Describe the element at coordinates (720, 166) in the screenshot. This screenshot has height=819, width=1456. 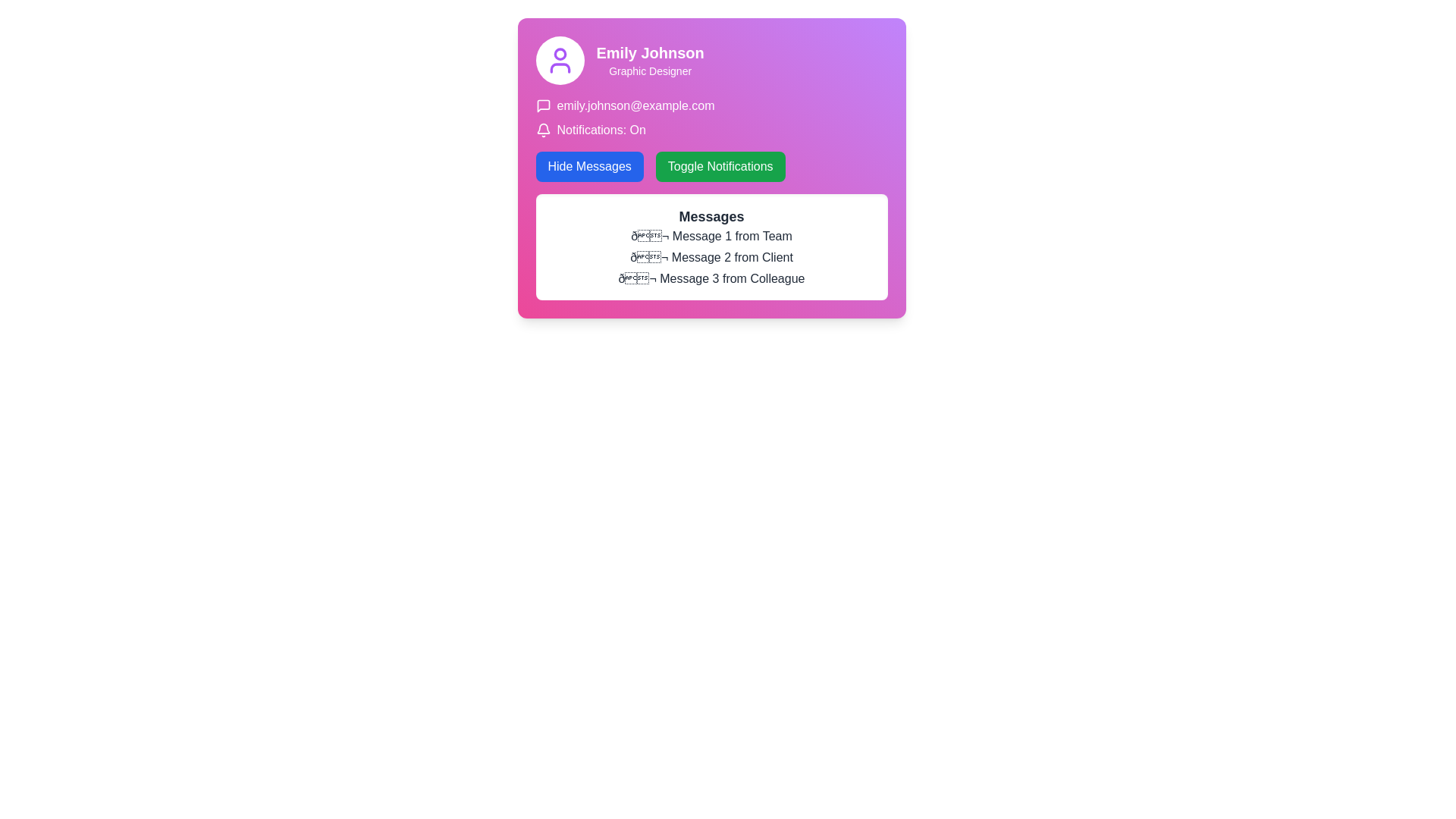
I see `the notification toggle button to change its state between enabled and disabled` at that location.